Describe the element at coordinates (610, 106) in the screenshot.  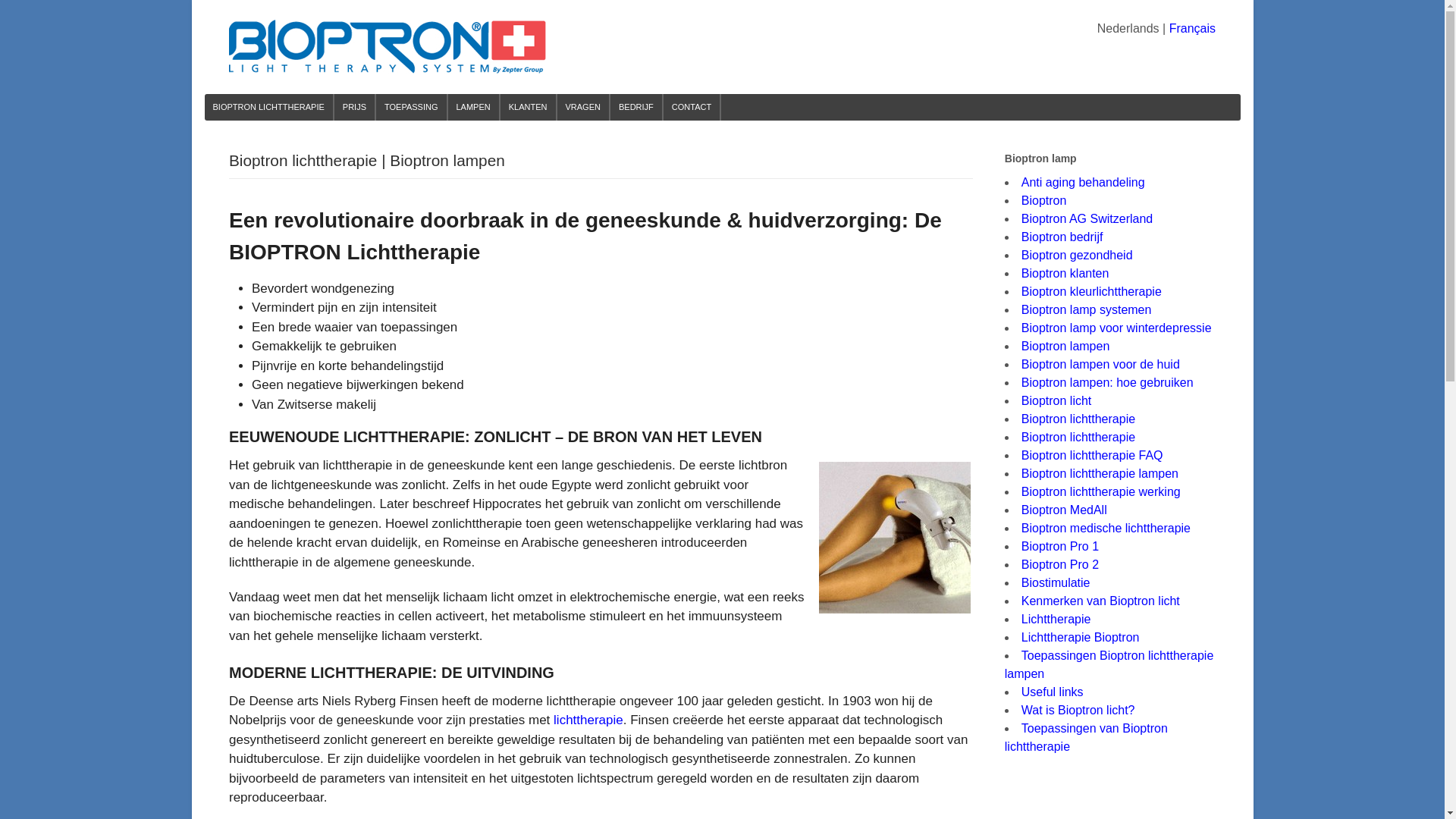
I see `'BEDRIJF'` at that location.